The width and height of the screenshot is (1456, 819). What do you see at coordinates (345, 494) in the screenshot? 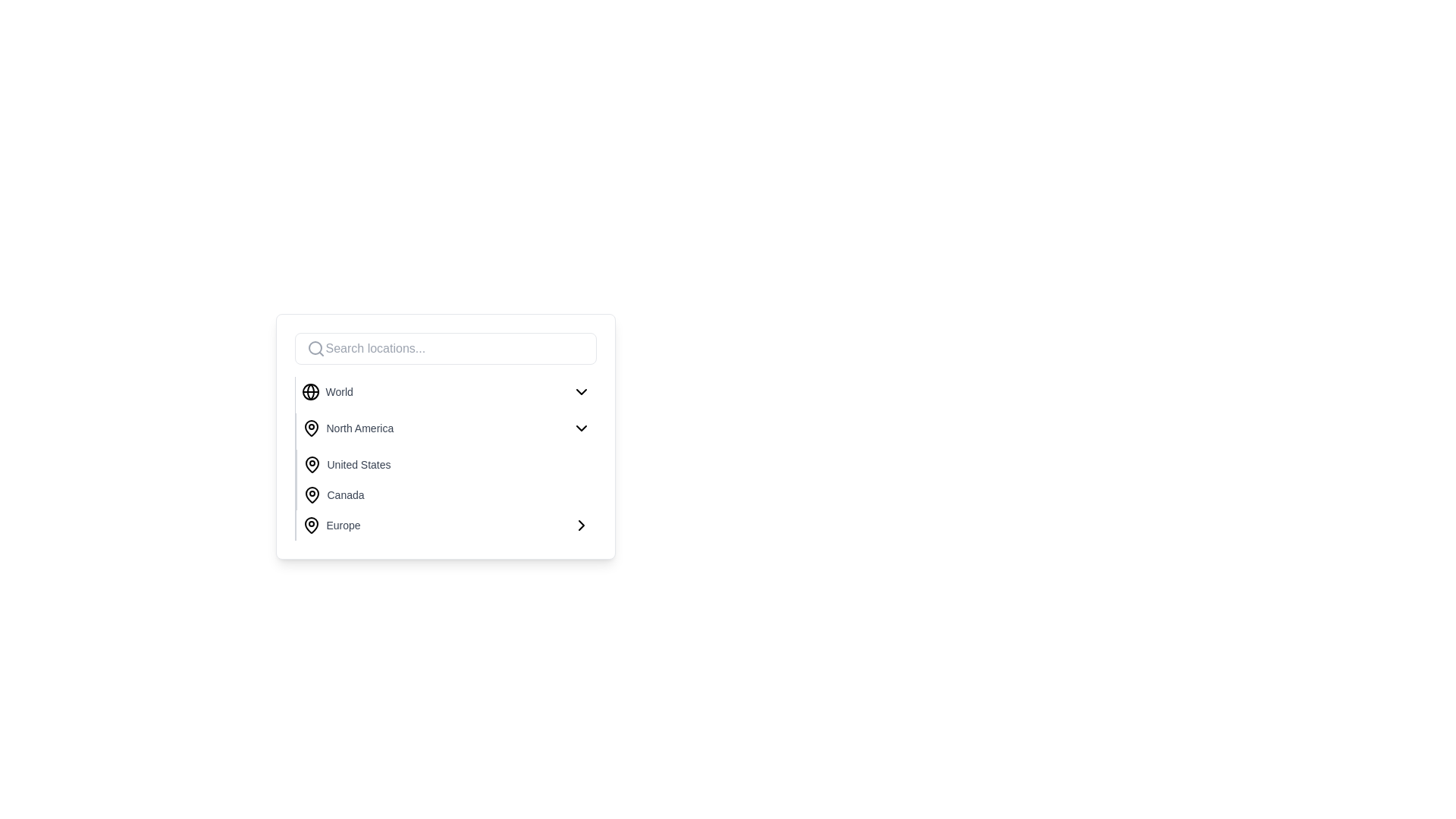
I see `the text label displaying 'Canada' in light gray color, located in the fourth row of the location selection menu, aligned to the right of the map pin icon` at bounding box center [345, 494].